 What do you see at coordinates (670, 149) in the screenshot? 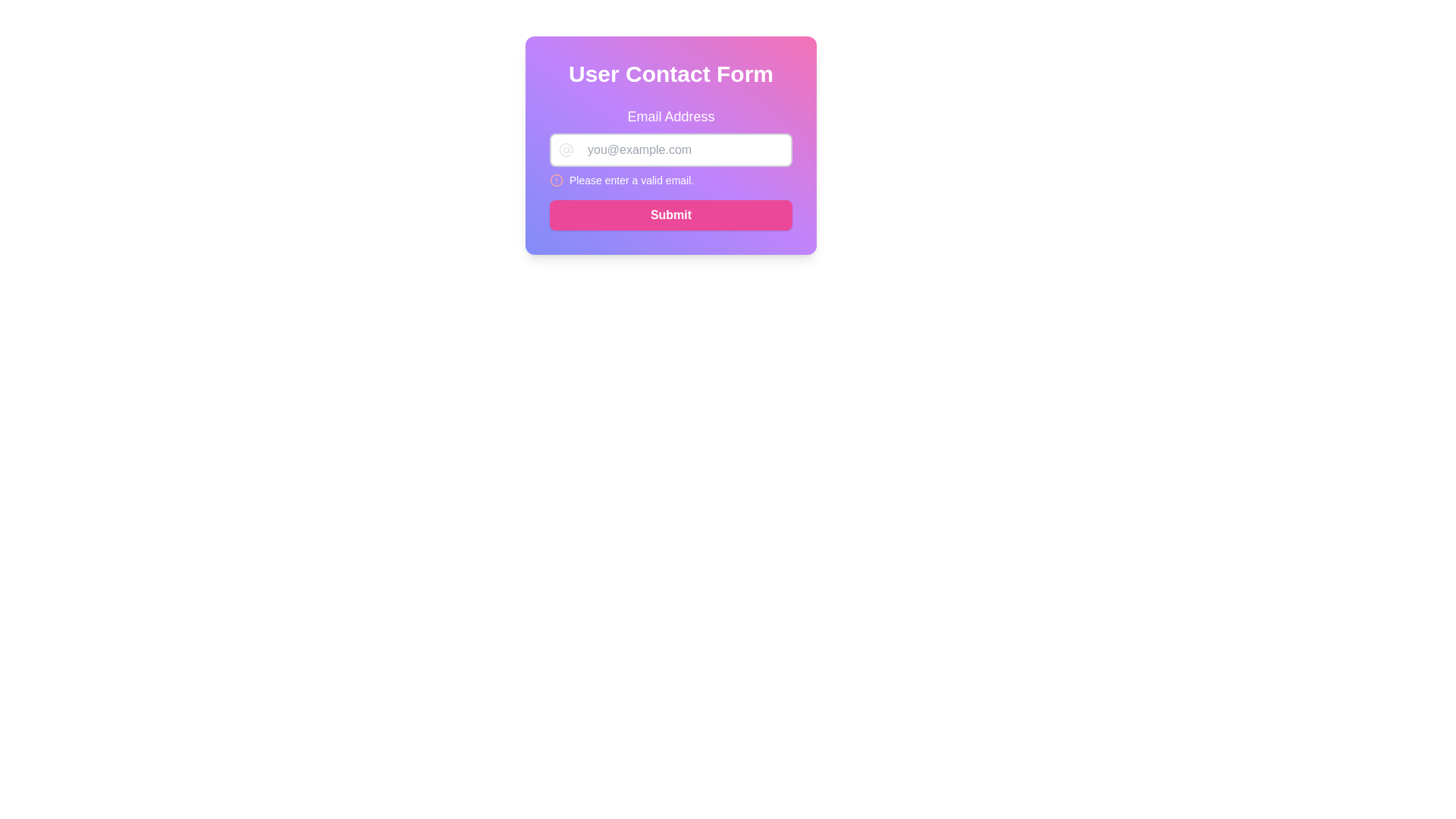
I see `the text input field for email address to focus on it, located below the 'Email Address' label and above the validation message` at bounding box center [670, 149].